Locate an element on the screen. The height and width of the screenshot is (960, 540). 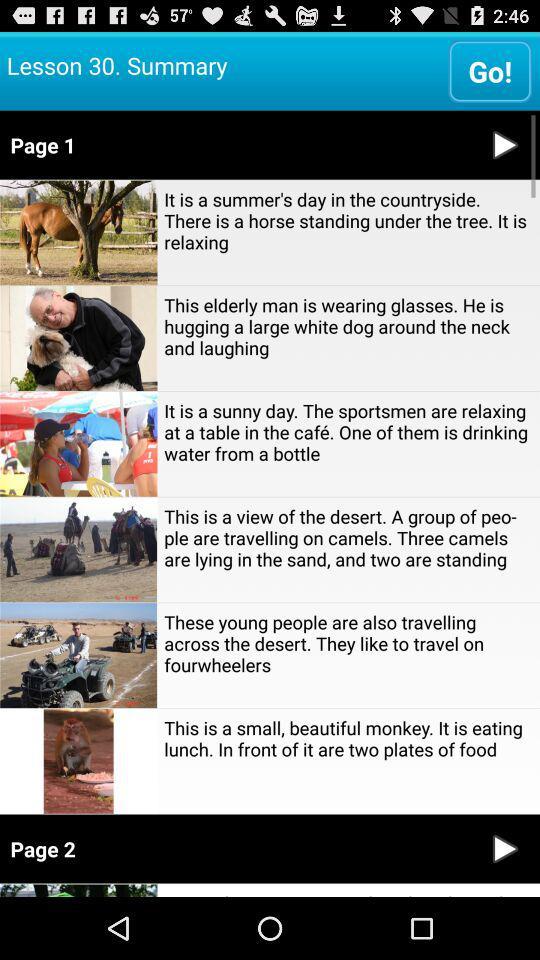
the icon next to the lesson 30. summary app is located at coordinates (489, 70).